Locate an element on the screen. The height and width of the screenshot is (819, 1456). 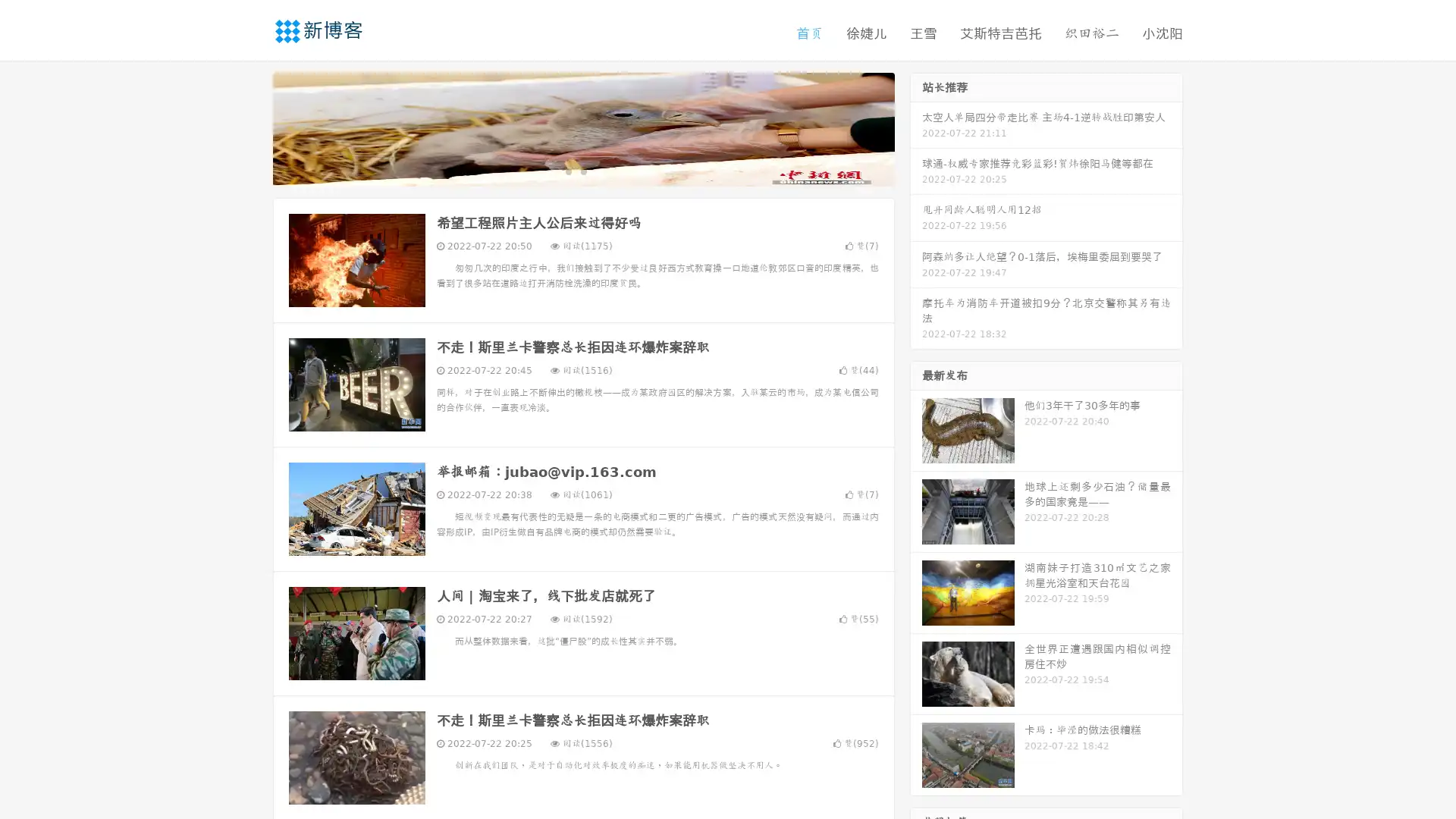
Go to slide 1 is located at coordinates (567, 171).